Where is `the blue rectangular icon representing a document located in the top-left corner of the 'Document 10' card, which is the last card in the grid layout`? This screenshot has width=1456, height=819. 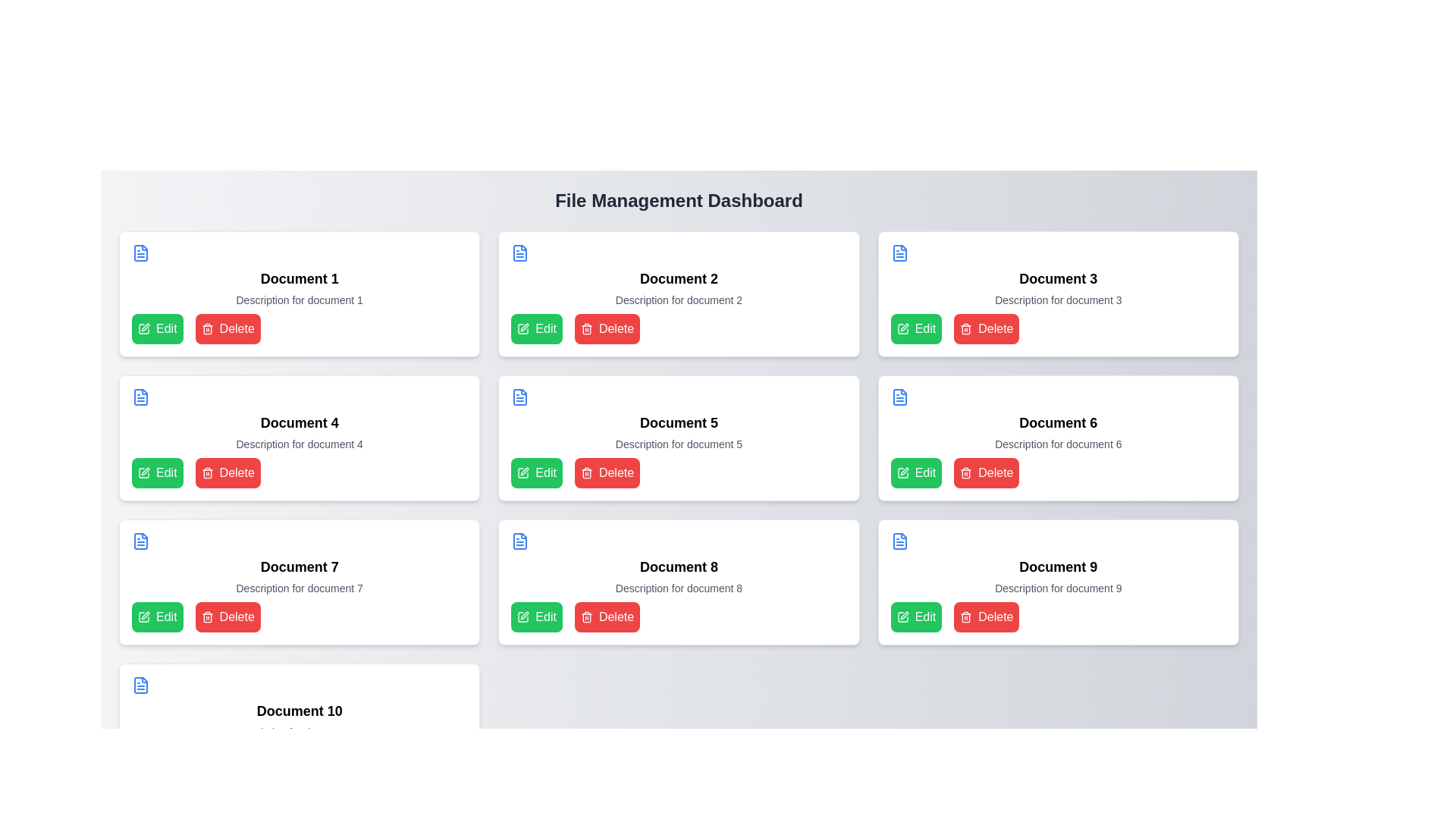 the blue rectangular icon representing a document located in the top-left corner of the 'Document 10' card, which is the last card in the grid layout is located at coordinates (141, 685).